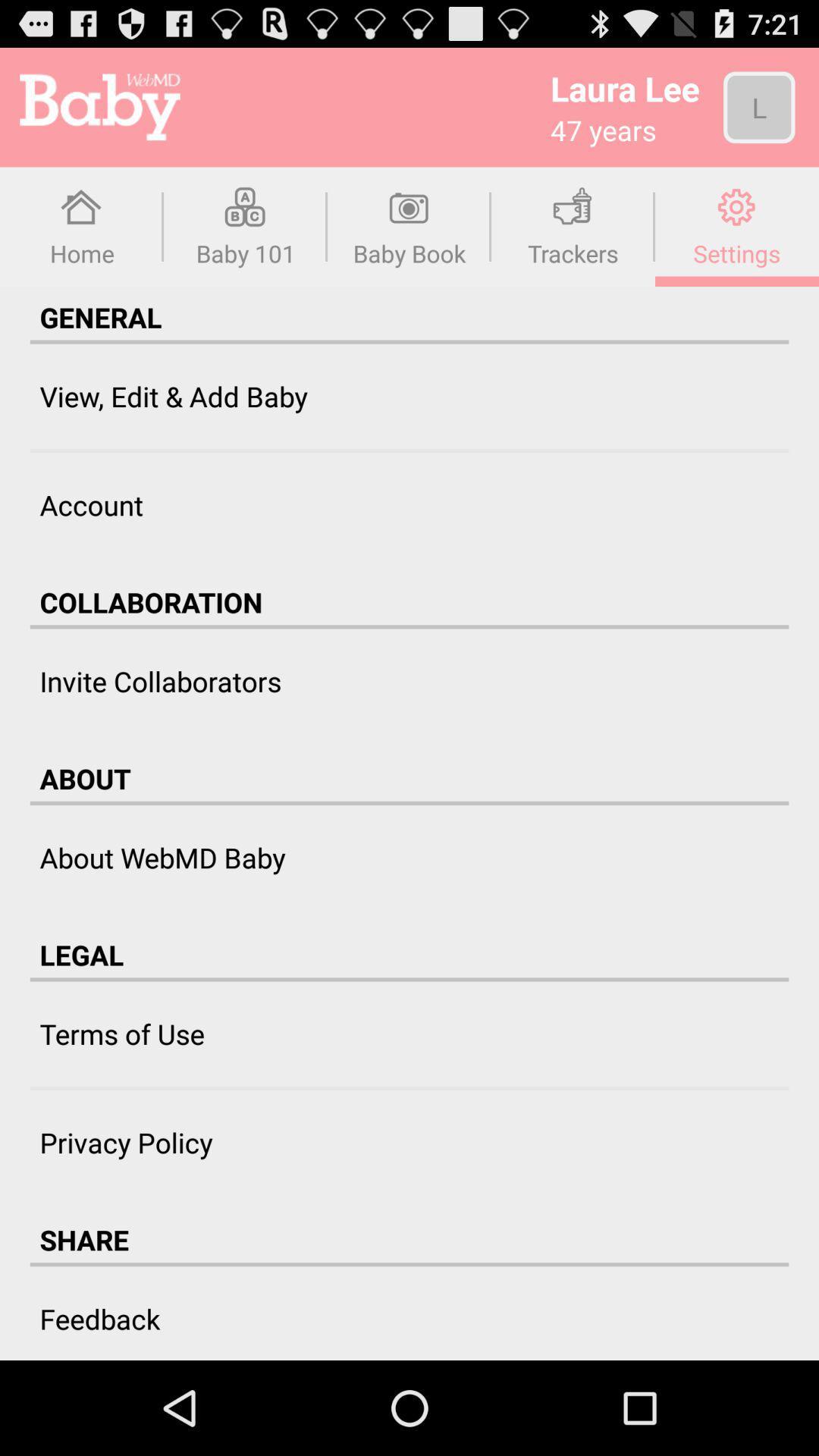 Image resolution: width=819 pixels, height=1456 pixels. Describe the element at coordinates (409, 626) in the screenshot. I see `item above invite collaborators` at that location.